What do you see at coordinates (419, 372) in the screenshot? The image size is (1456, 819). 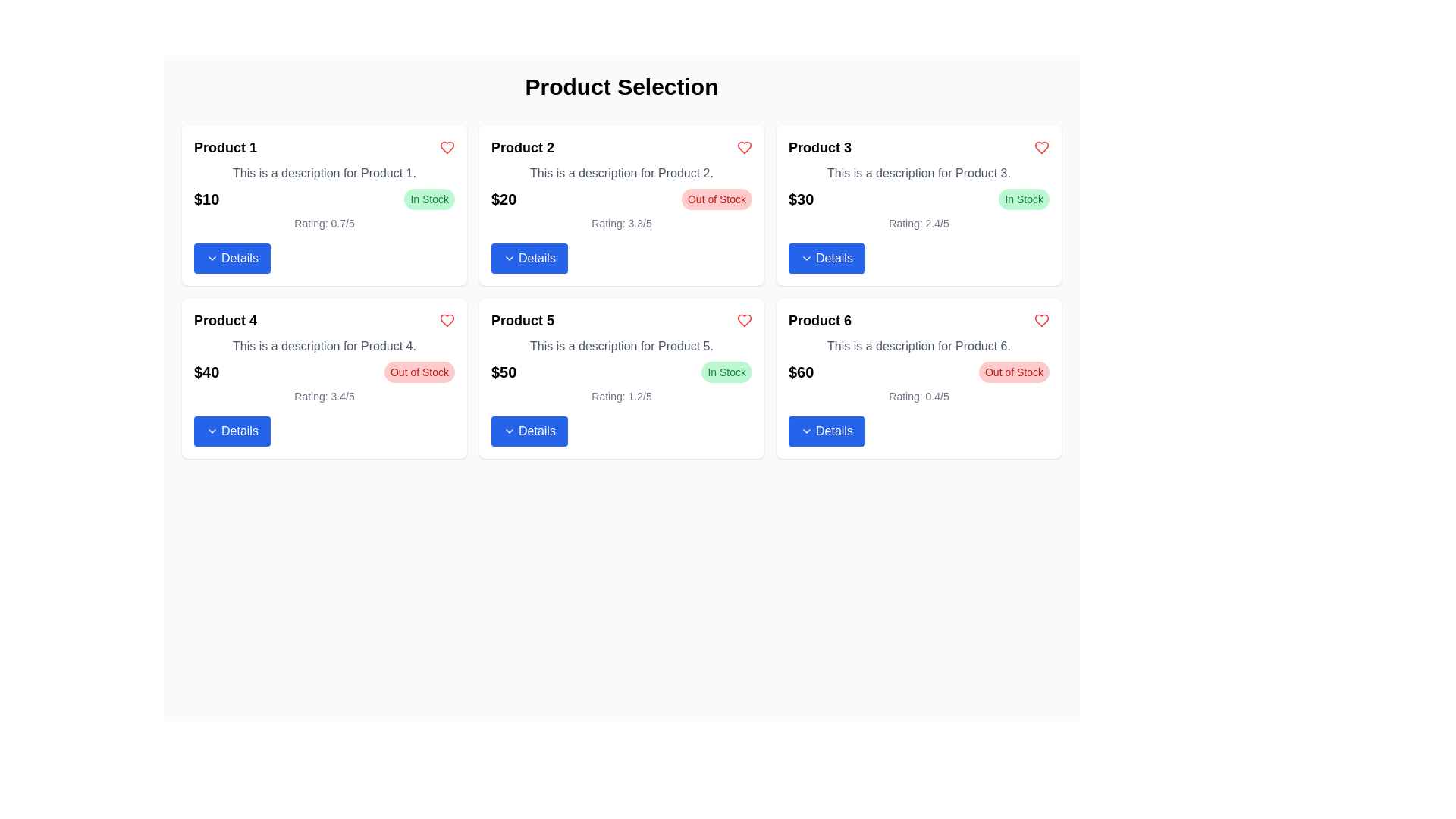 I see `the availability status label of 'Product 4' indicating it is currently unavailable, located to the right of the price label ('$40')` at bounding box center [419, 372].